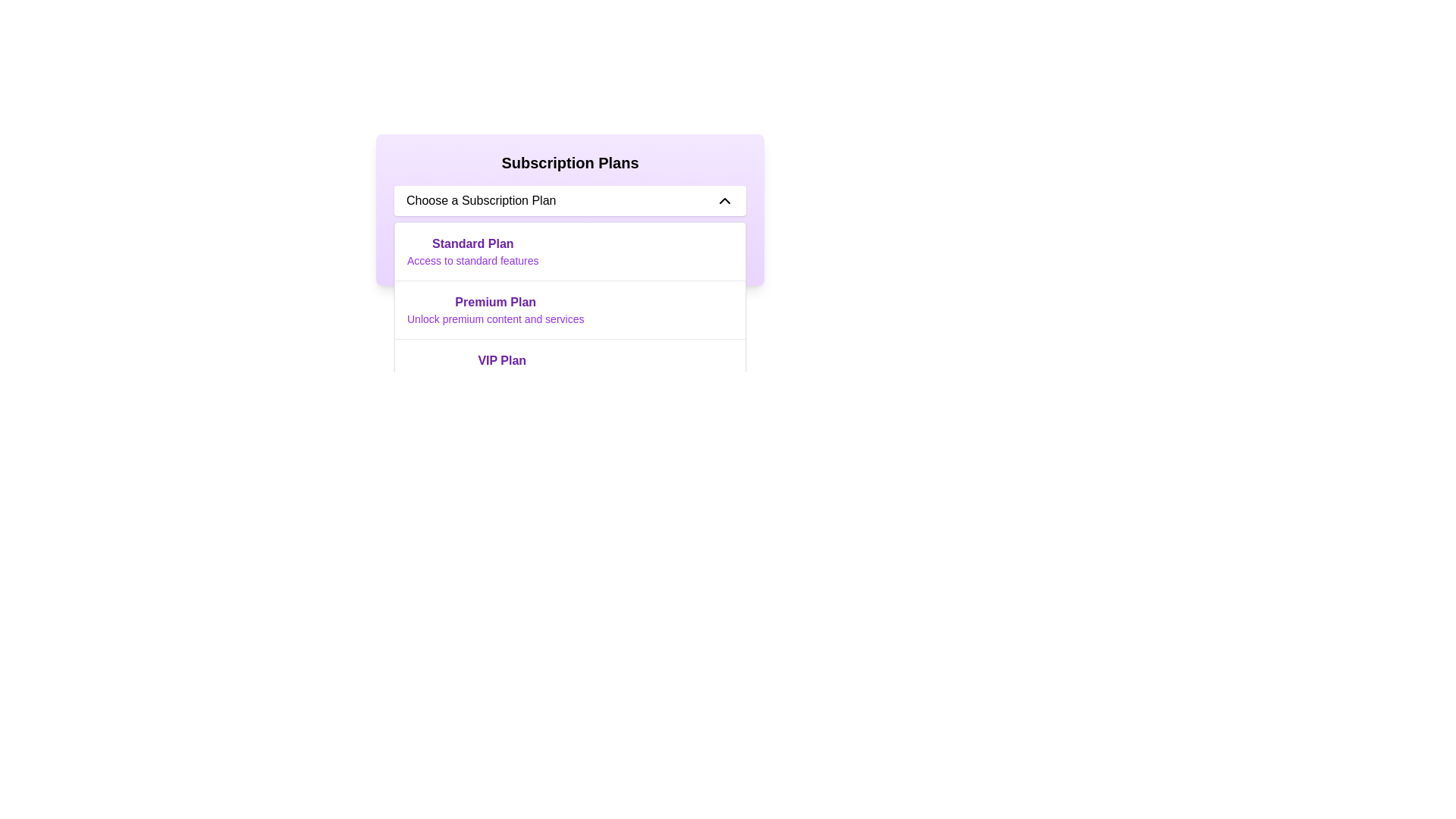  What do you see at coordinates (570, 309) in the screenshot?
I see `the second option in the 'Subscription Plans' dropdown list` at bounding box center [570, 309].